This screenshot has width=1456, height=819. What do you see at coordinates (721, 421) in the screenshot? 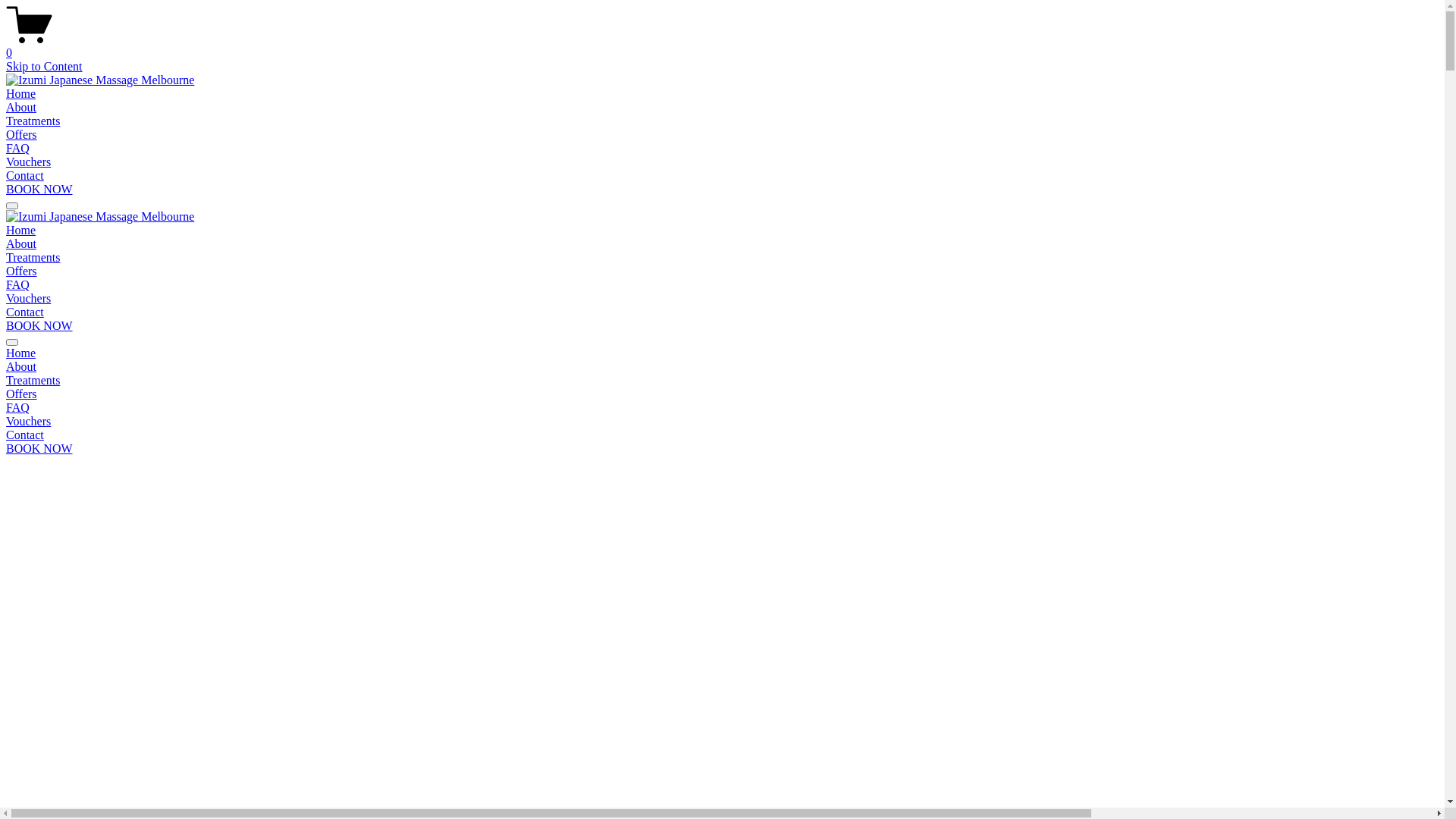
I see `'Vouchers'` at bounding box center [721, 421].